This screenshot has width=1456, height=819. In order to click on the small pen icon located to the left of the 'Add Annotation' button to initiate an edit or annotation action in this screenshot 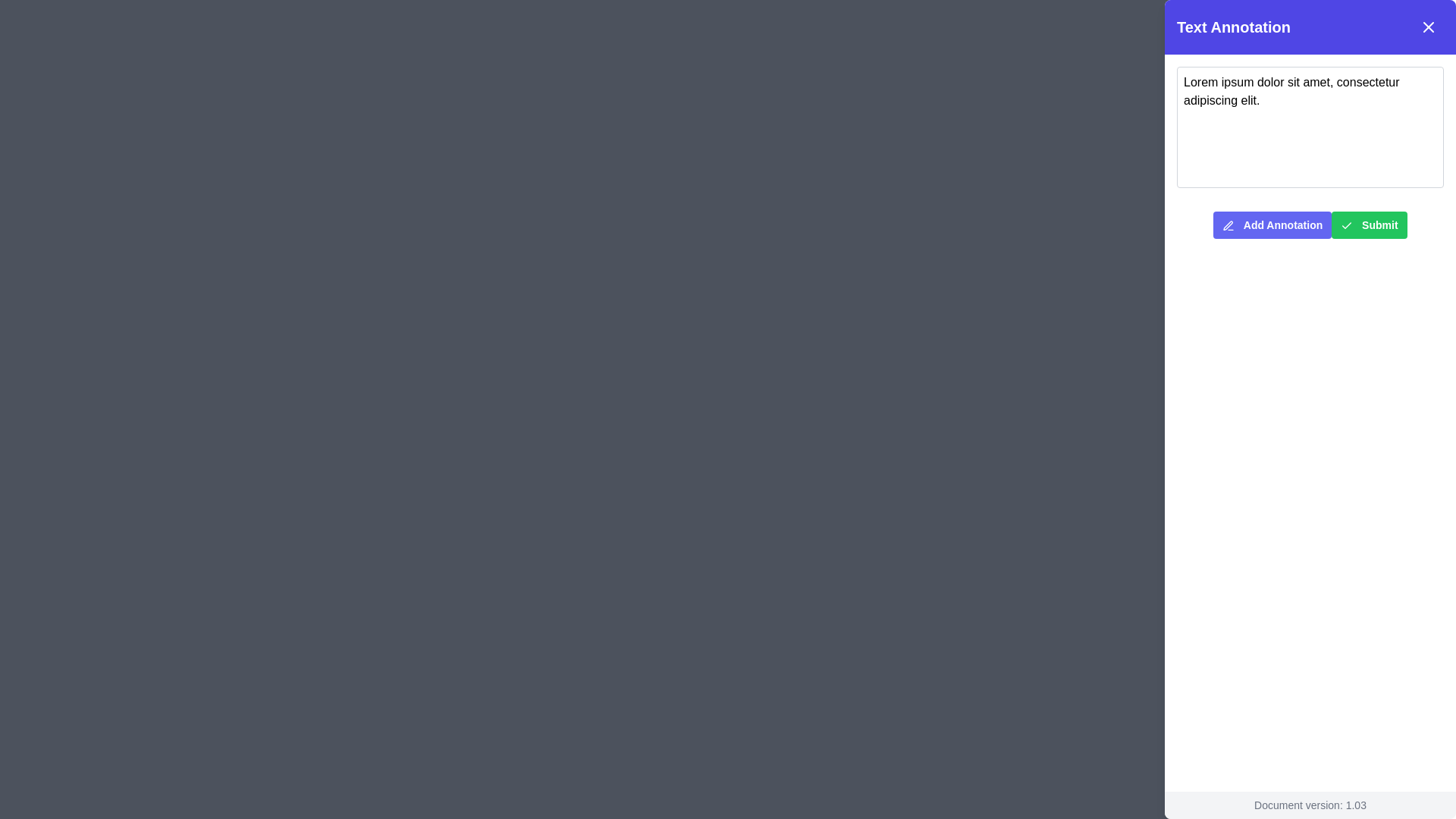, I will do `click(1228, 226)`.